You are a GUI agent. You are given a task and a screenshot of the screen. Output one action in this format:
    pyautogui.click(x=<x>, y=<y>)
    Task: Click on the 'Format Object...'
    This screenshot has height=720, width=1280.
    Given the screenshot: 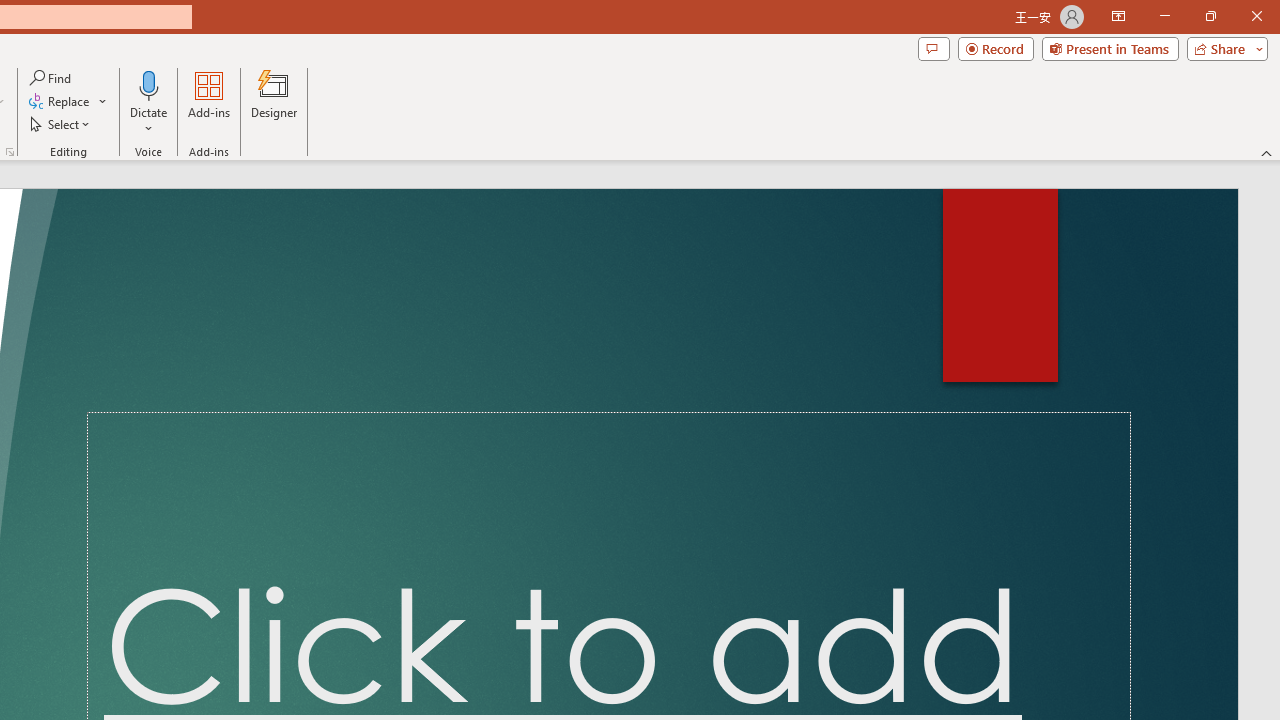 What is the action you would take?
    pyautogui.click(x=10, y=150)
    